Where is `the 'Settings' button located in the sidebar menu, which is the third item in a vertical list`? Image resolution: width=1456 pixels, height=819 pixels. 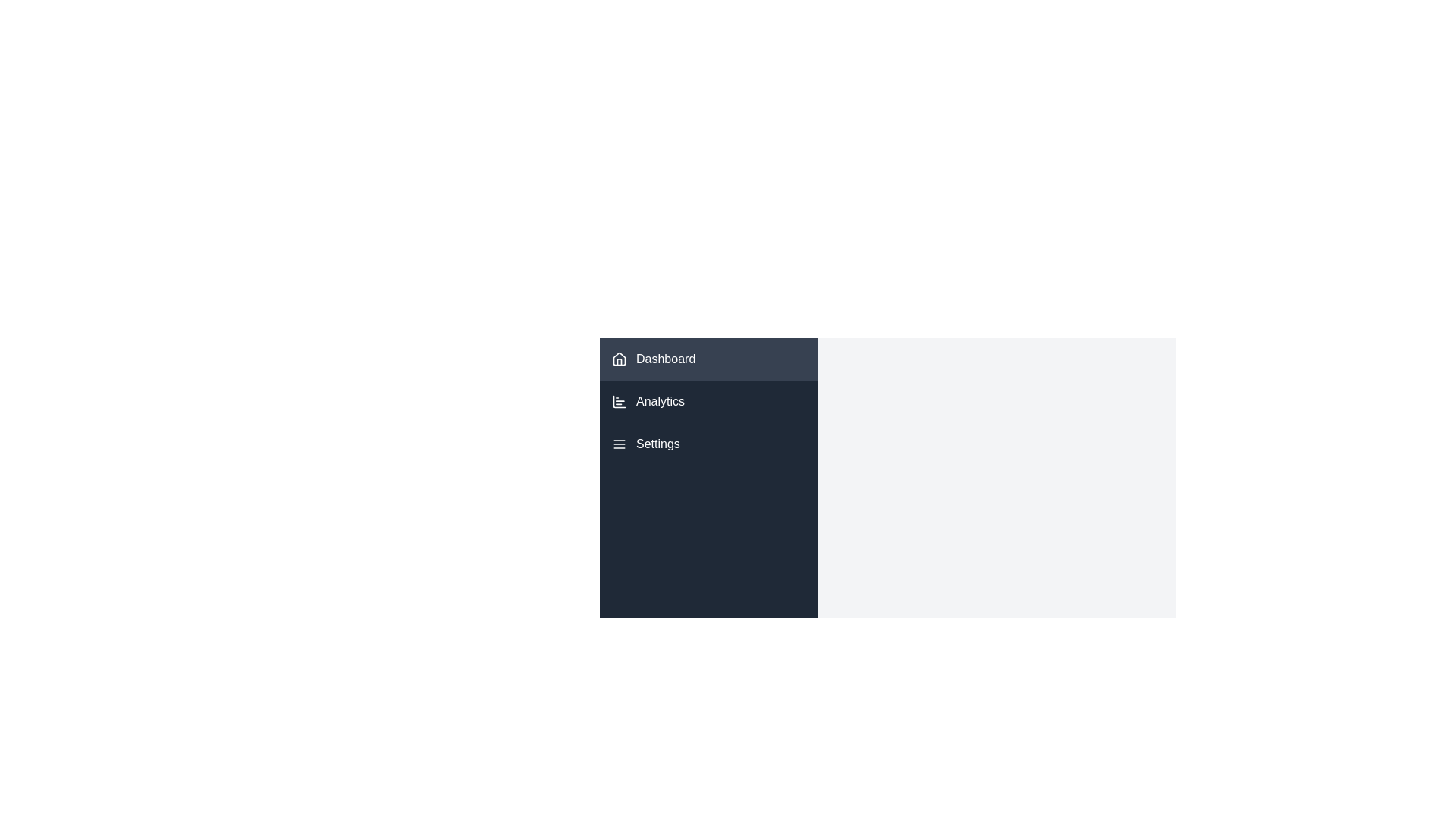 the 'Settings' button located in the sidebar menu, which is the third item in a vertical list is located at coordinates (708, 444).